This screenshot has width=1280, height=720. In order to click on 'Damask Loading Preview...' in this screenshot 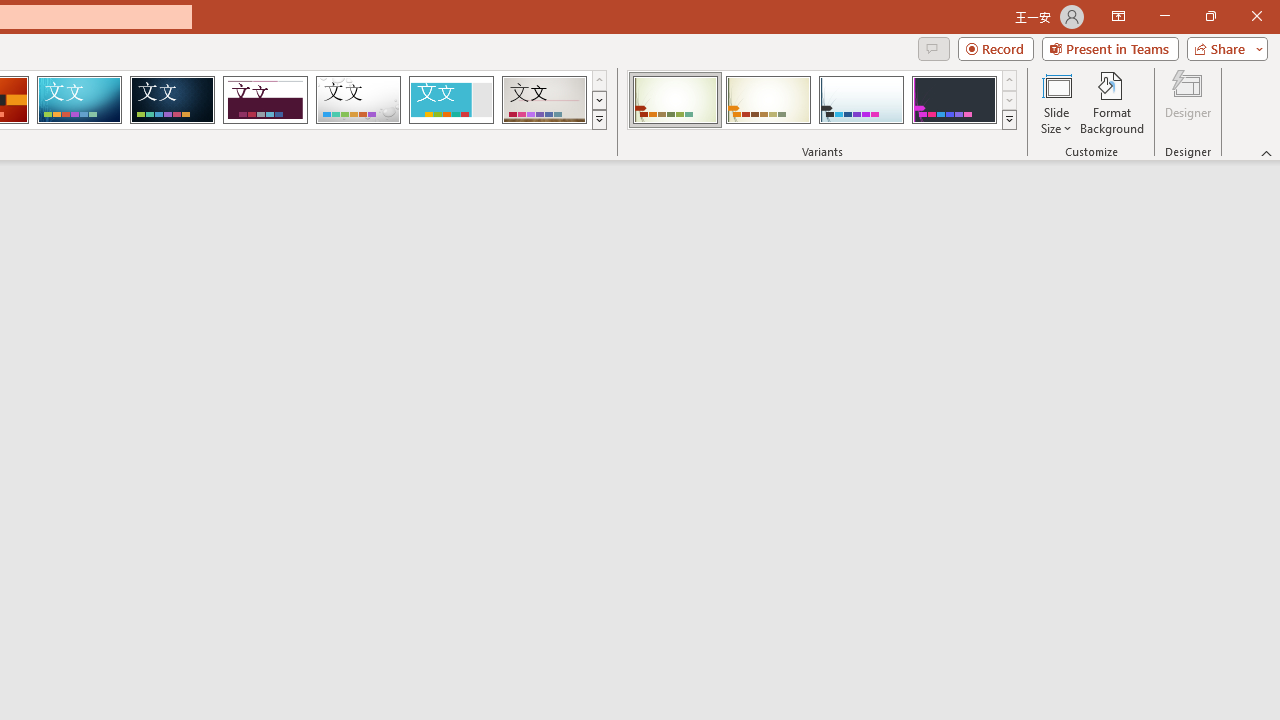, I will do `click(172, 100)`.